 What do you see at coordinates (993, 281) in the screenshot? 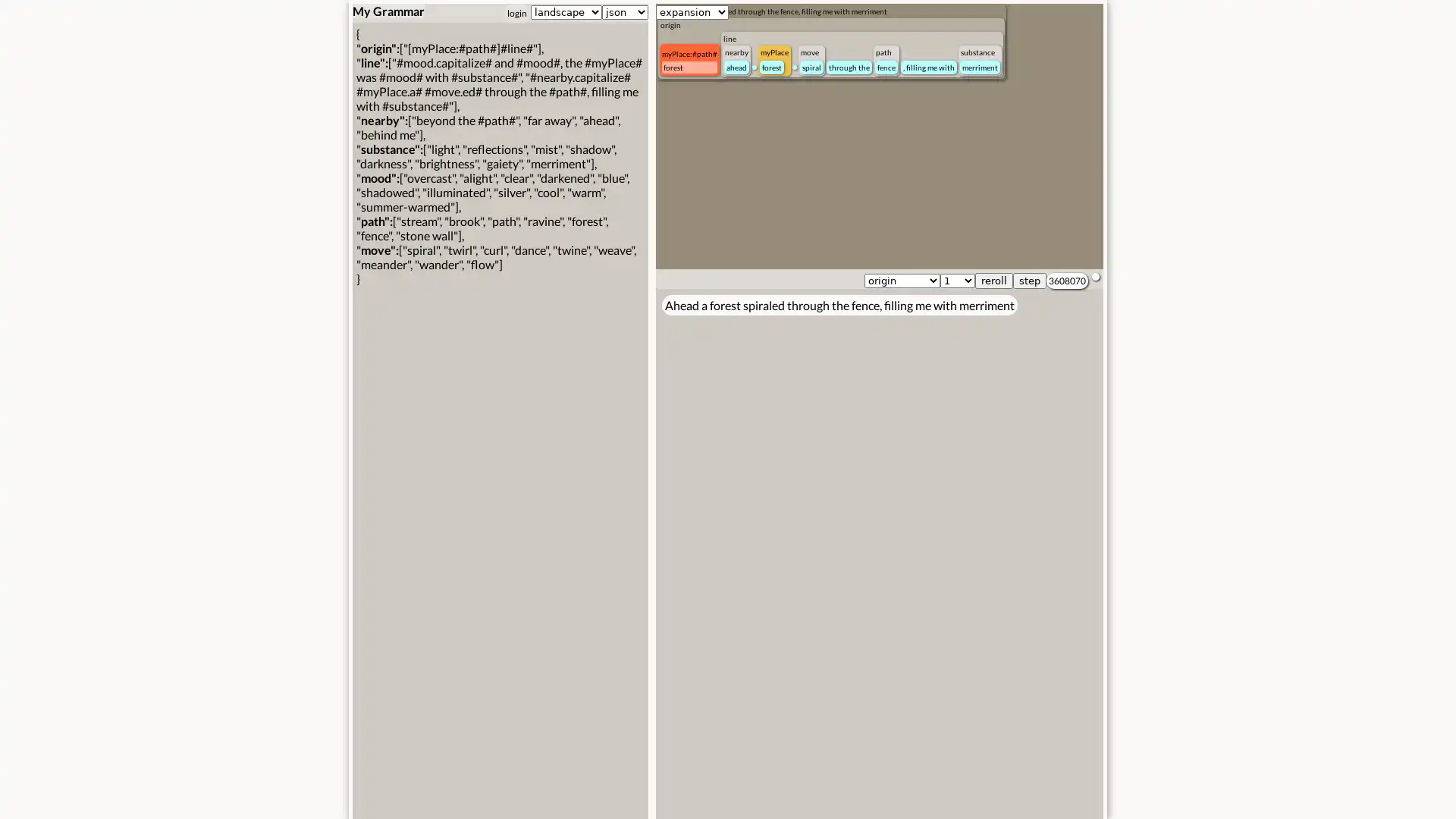
I see `reroll` at bounding box center [993, 281].